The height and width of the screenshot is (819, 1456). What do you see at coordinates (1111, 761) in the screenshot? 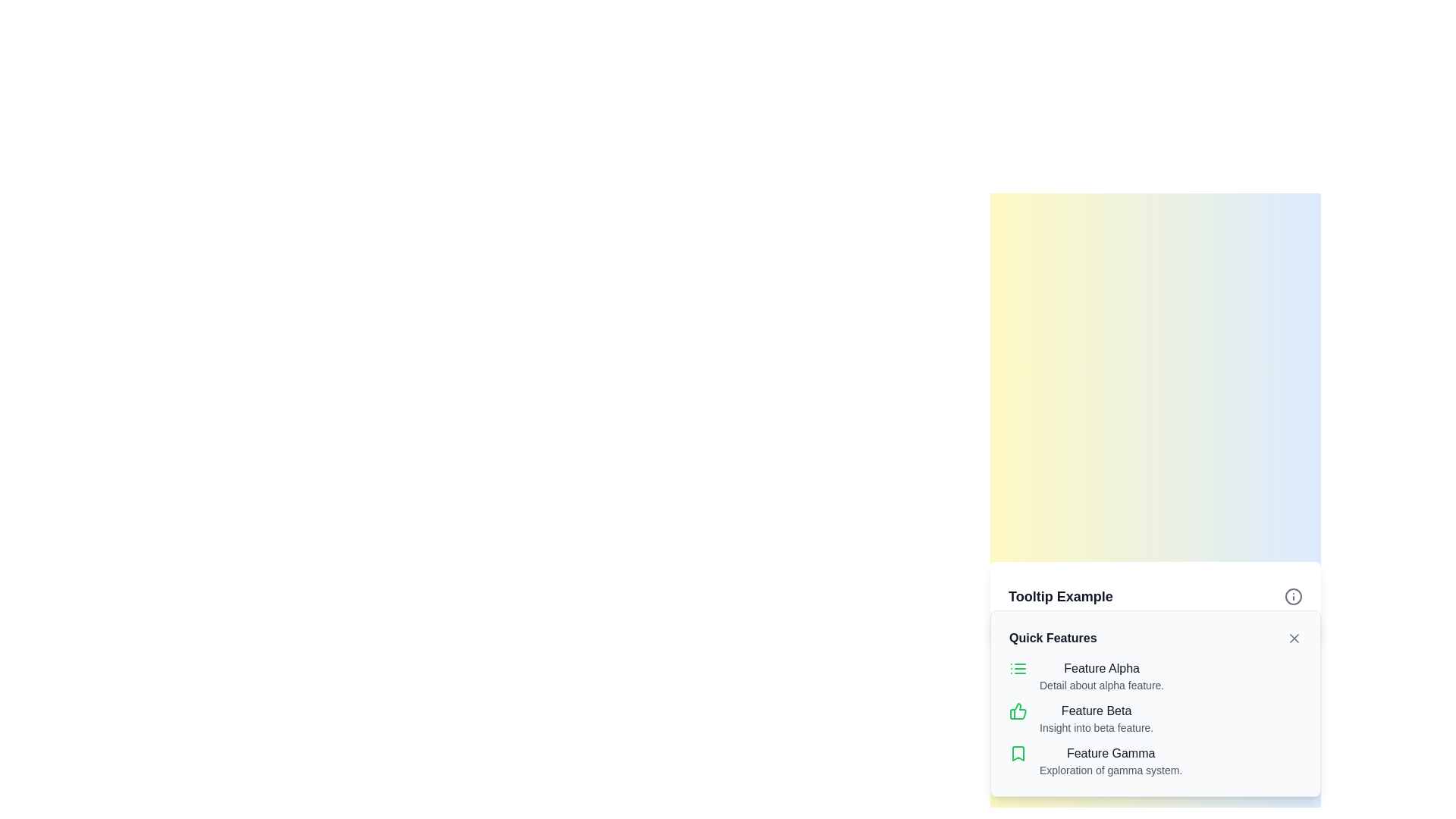
I see `the textual informational display element that provides details about 'Feature Gamma', located in the 'Quick Features' list, positioned below 'Feature Beta' and above a blank section, with a green bookmark icon to its left` at bounding box center [1111, 761].